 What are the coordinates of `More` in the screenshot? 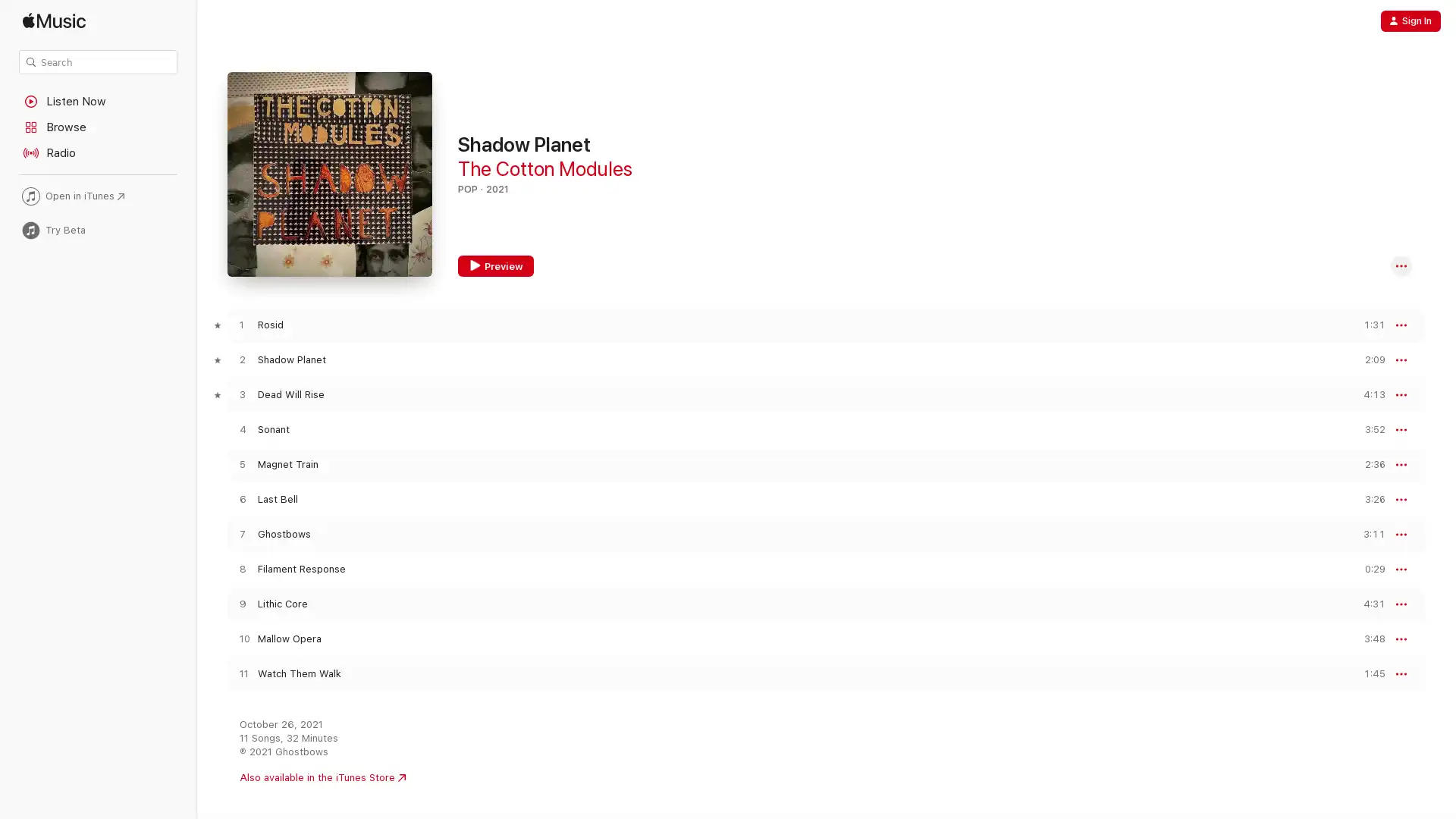 It's located at (1401, 570).